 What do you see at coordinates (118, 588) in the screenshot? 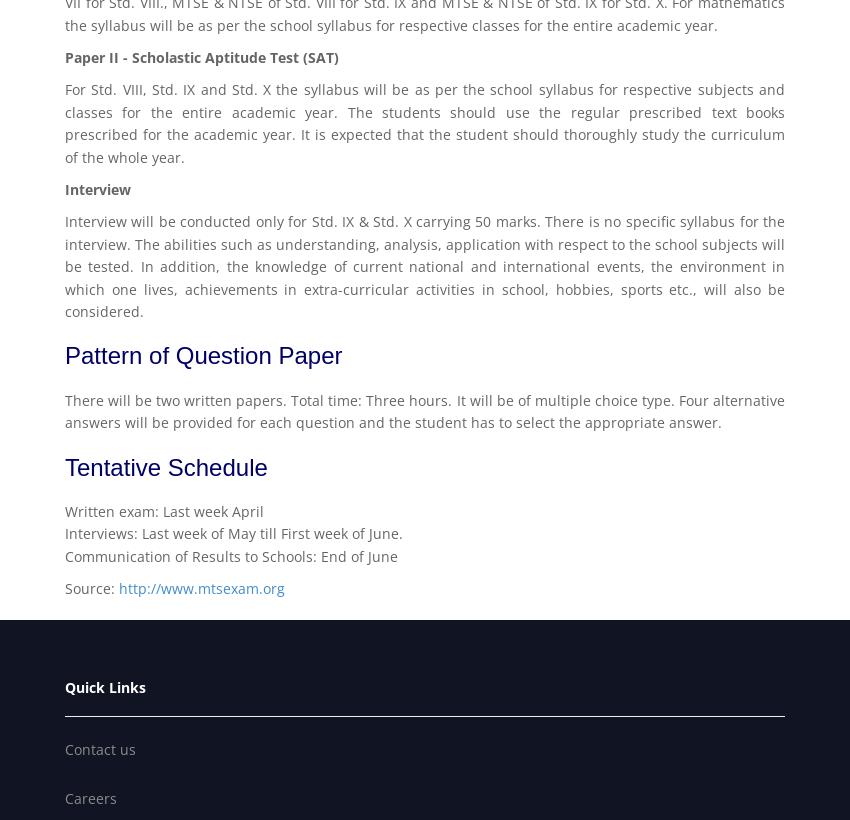
I see `'http://www.mtsexam.org'` at bounding box center [118, 588].